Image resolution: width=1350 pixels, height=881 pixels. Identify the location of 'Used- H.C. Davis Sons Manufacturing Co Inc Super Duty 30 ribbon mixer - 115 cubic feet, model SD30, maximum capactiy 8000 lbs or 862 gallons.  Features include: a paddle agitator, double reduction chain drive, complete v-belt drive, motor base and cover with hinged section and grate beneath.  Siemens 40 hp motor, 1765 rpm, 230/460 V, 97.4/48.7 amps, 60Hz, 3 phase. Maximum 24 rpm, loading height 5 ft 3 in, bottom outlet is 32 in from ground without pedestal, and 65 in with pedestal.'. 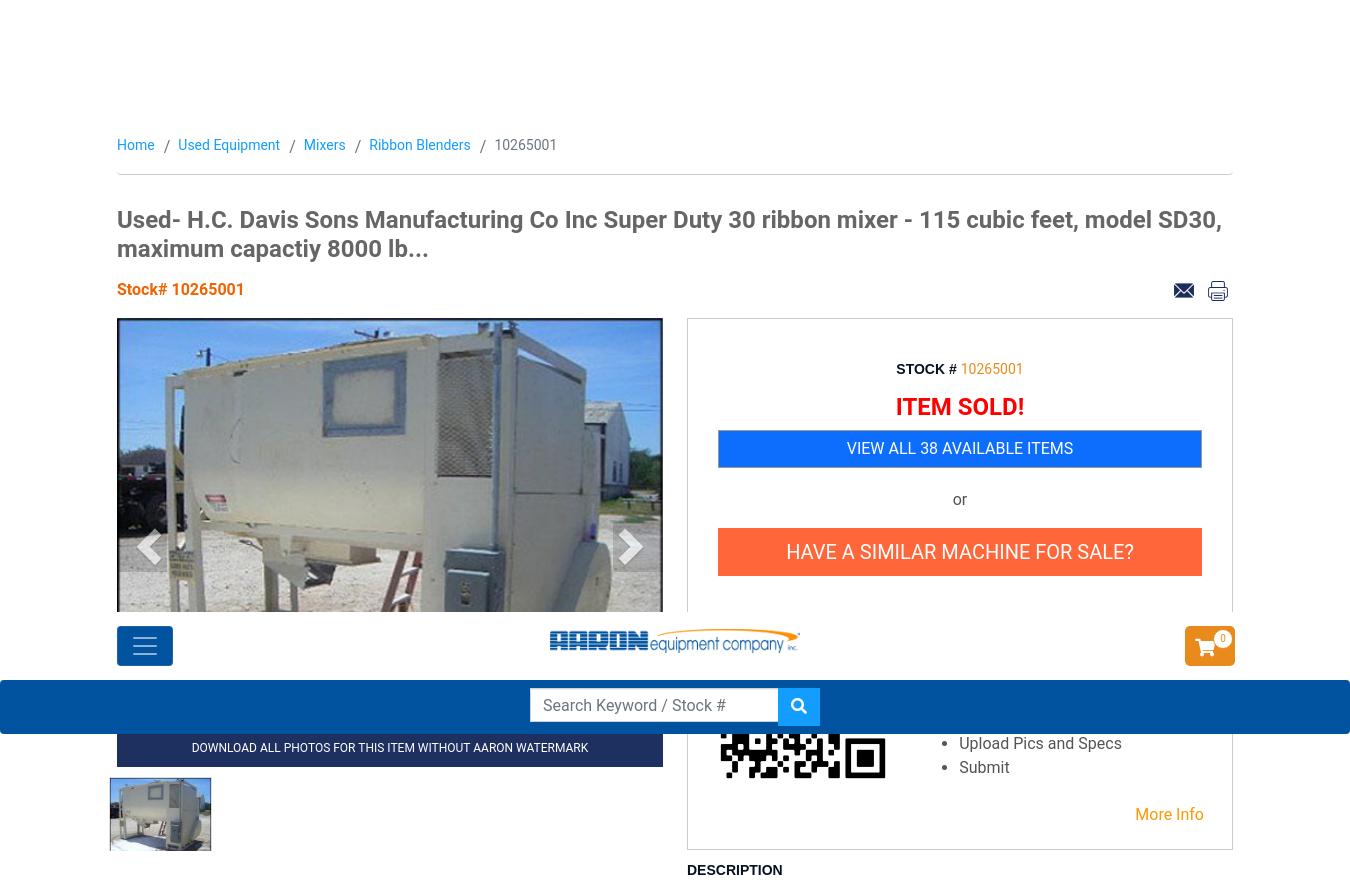
(956, 359).